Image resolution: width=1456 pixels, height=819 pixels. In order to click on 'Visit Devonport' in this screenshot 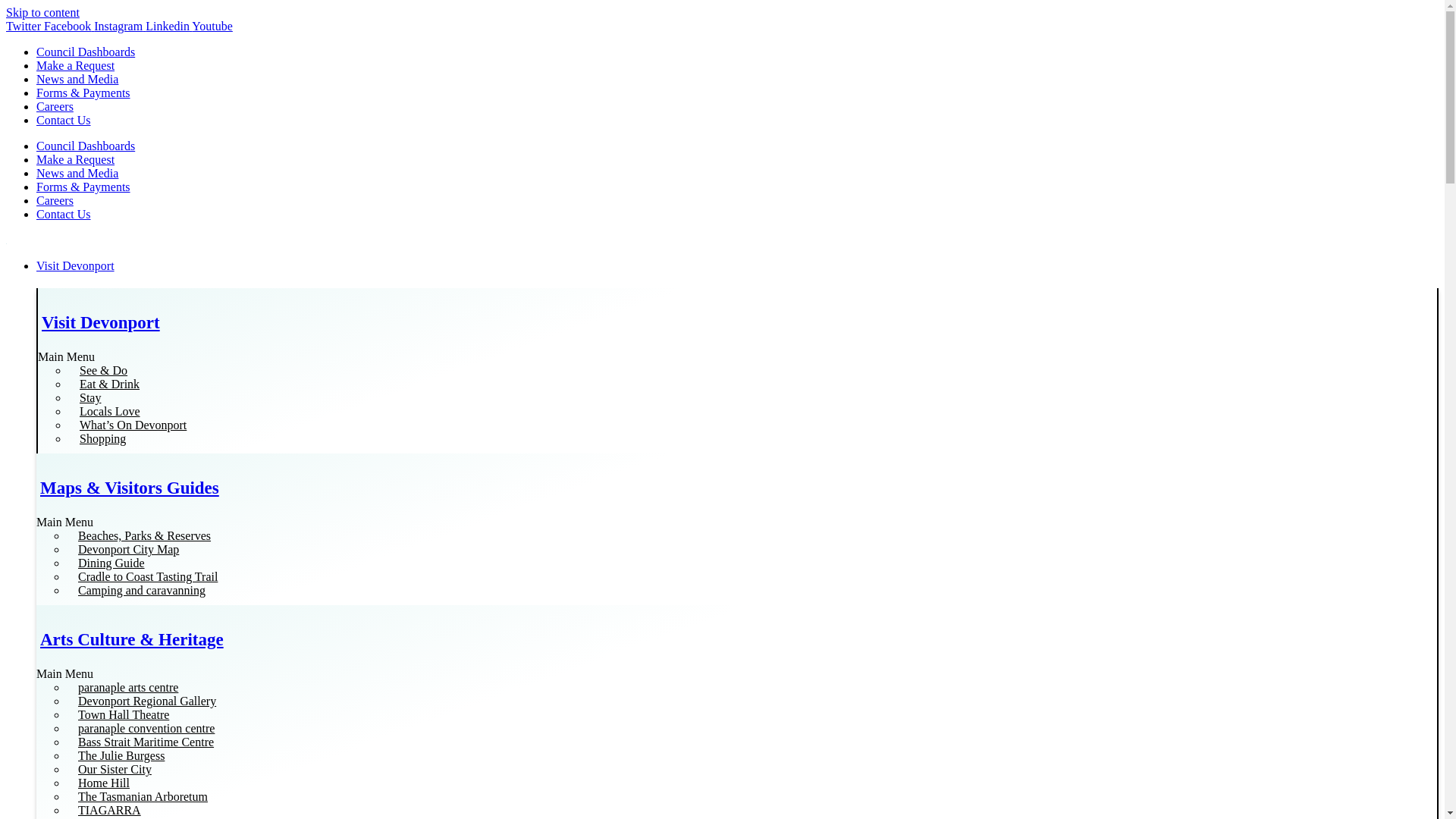, I will do `click(100, 322)`.